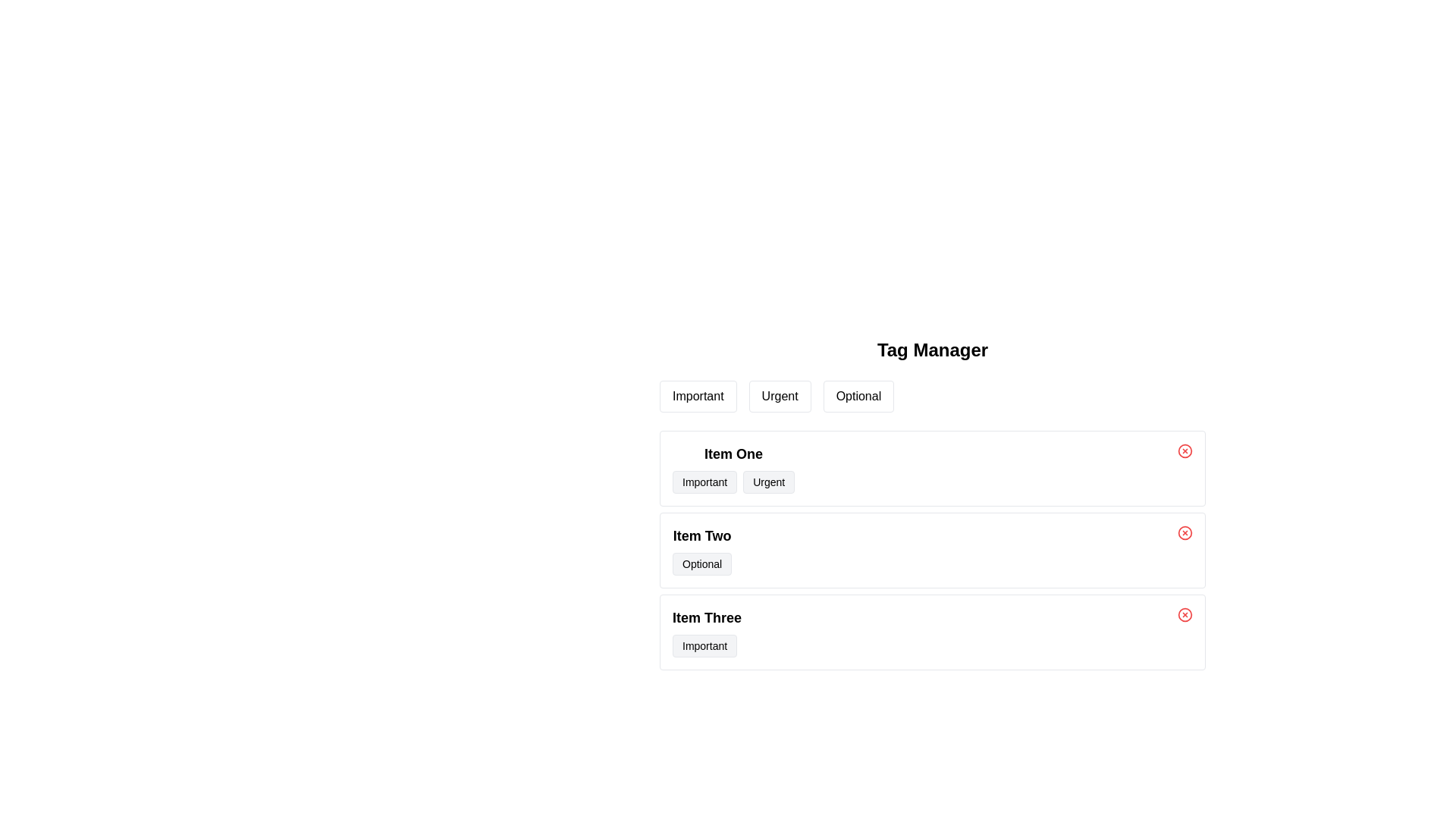 The image size is (1456, 819). What do you see at coordinates (1185, 614) in the screenshot?
I see `the red circular button with an 'X' symbol located in the bottom-right corner of the 'Item Three' card` at bounding box center [1185, 614].